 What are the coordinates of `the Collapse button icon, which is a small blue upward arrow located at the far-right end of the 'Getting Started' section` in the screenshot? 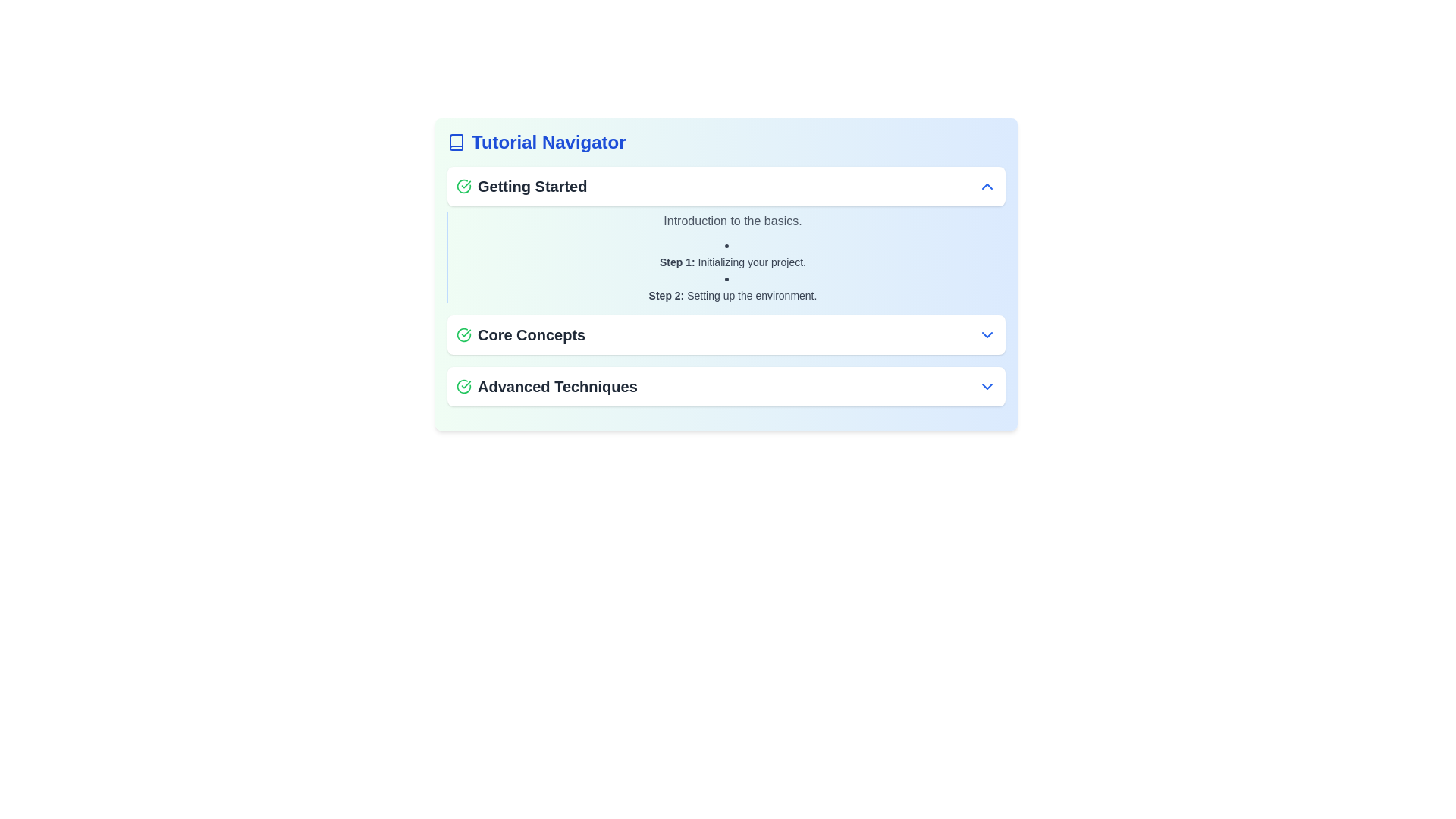 It's located at (987, 186).